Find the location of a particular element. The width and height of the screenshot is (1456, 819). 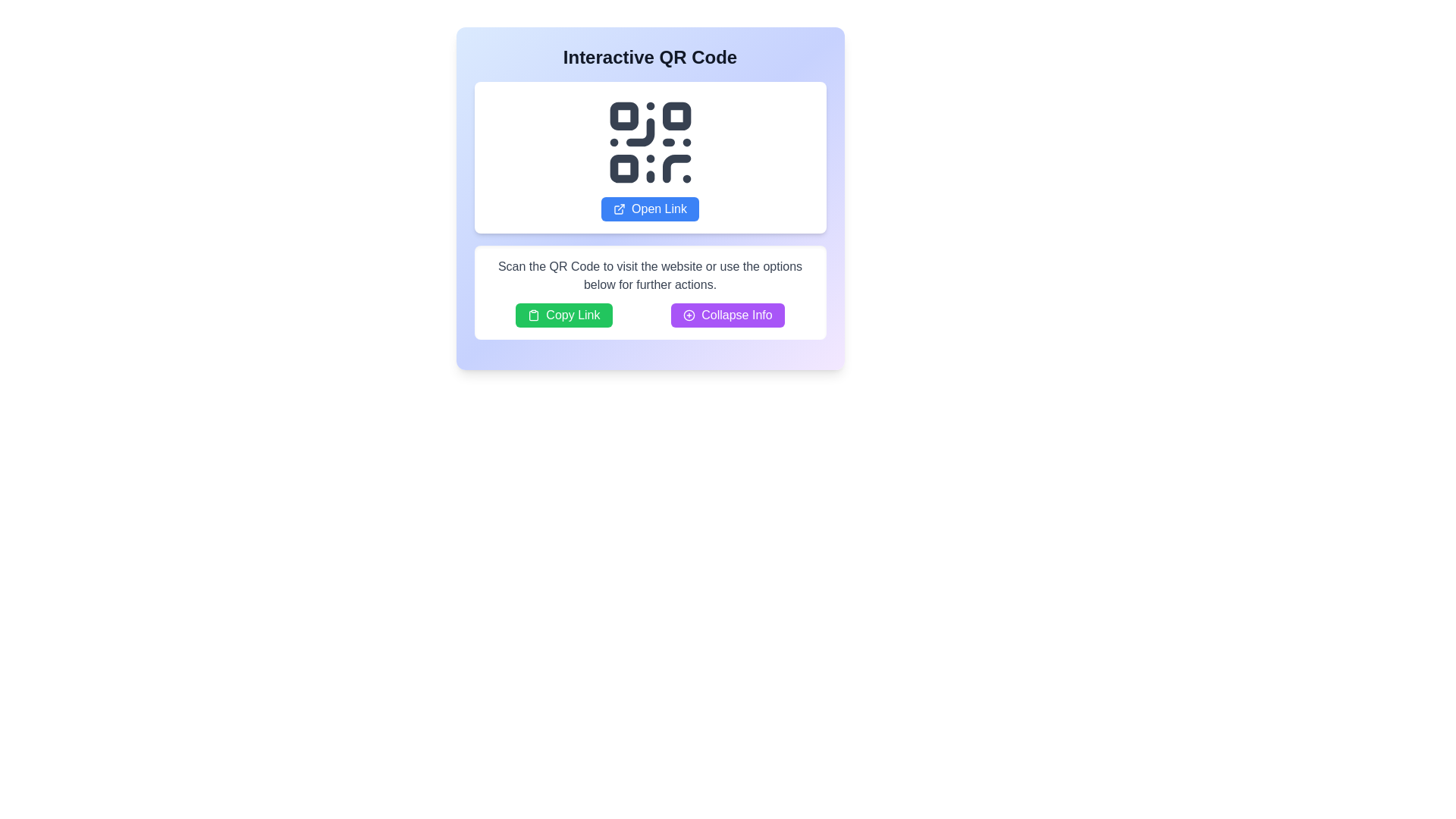

the decorative graphical element located at the top-left small square of the QR code, which is part of the SVG-based design is located at coordinates (623, 115).